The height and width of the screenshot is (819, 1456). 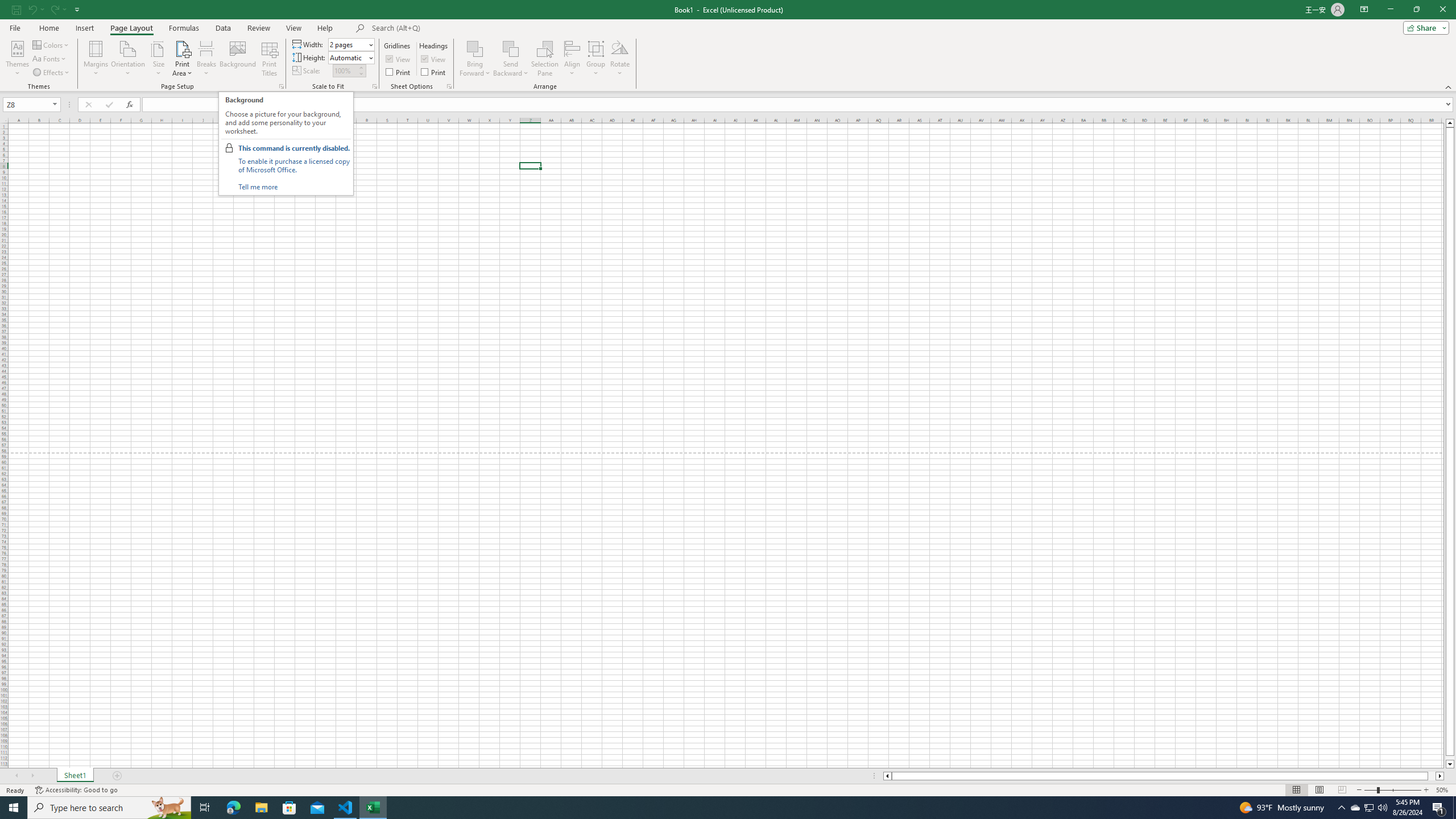 What do you see at coordinates (360, 73) in the screenshot?
I see `'Less'` at bounding box center [360, 73].